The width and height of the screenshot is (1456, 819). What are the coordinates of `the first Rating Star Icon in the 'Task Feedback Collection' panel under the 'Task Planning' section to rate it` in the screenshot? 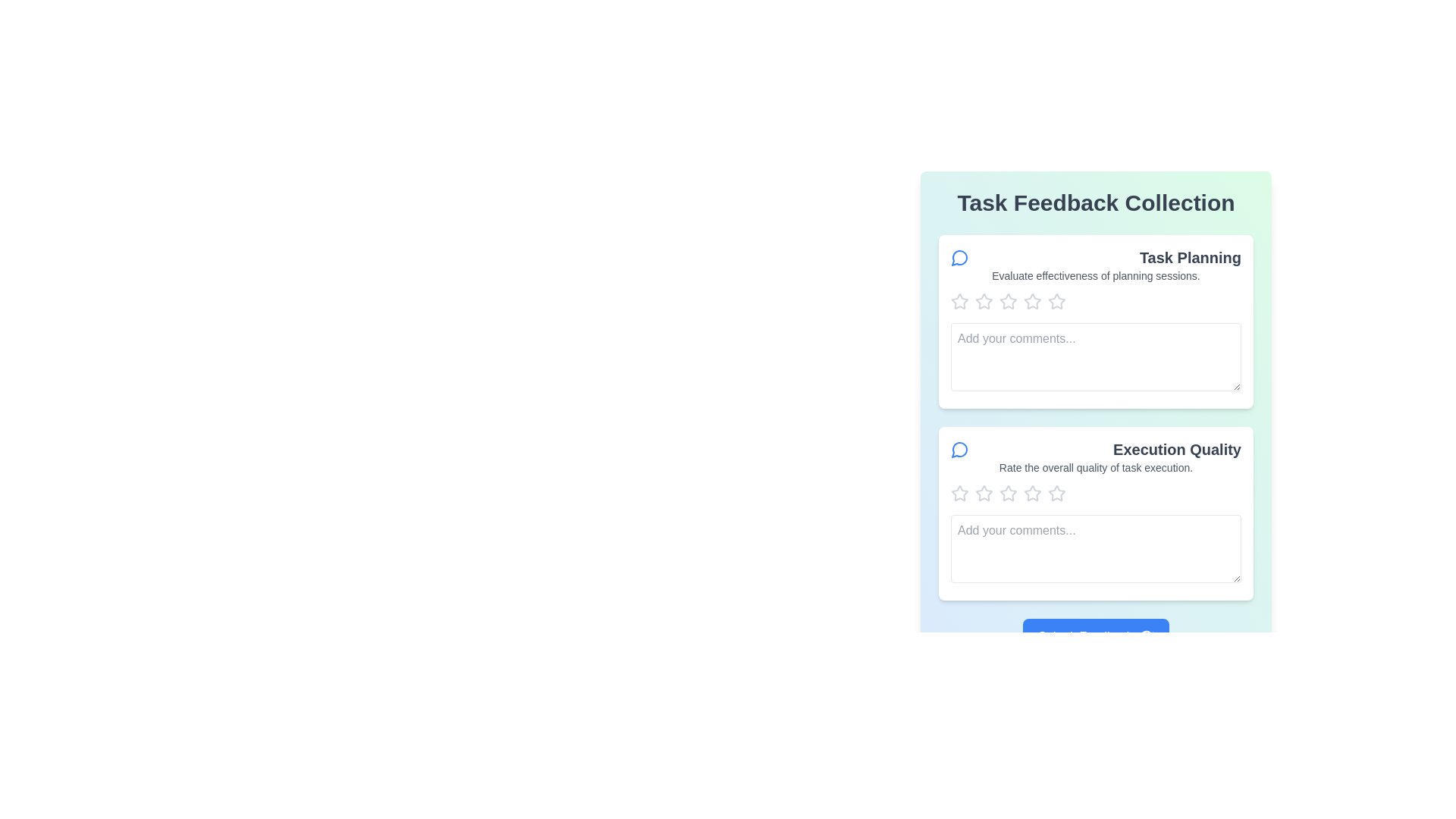 It's located at (959, 301).